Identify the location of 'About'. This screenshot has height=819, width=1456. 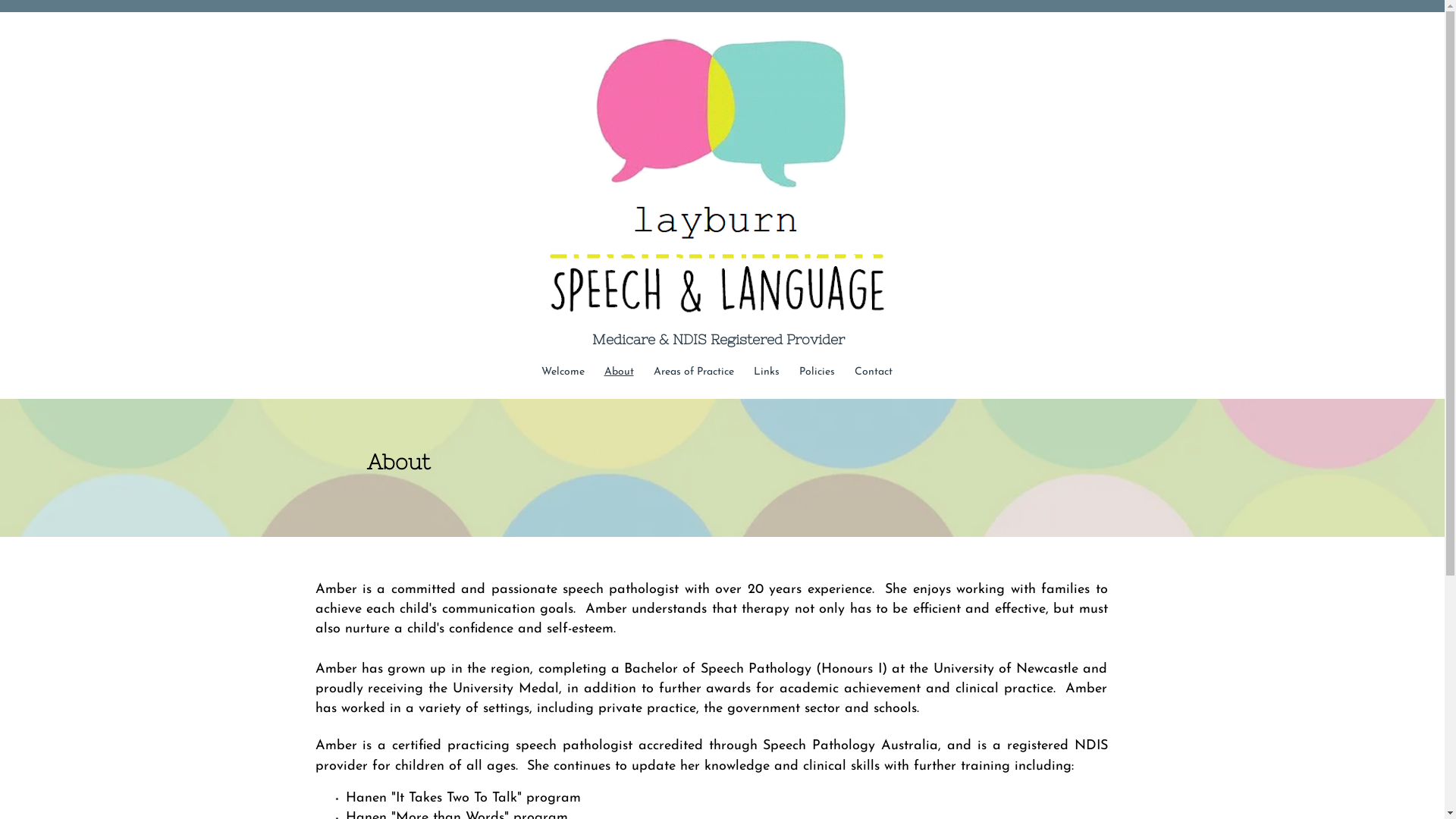
(619, 372).